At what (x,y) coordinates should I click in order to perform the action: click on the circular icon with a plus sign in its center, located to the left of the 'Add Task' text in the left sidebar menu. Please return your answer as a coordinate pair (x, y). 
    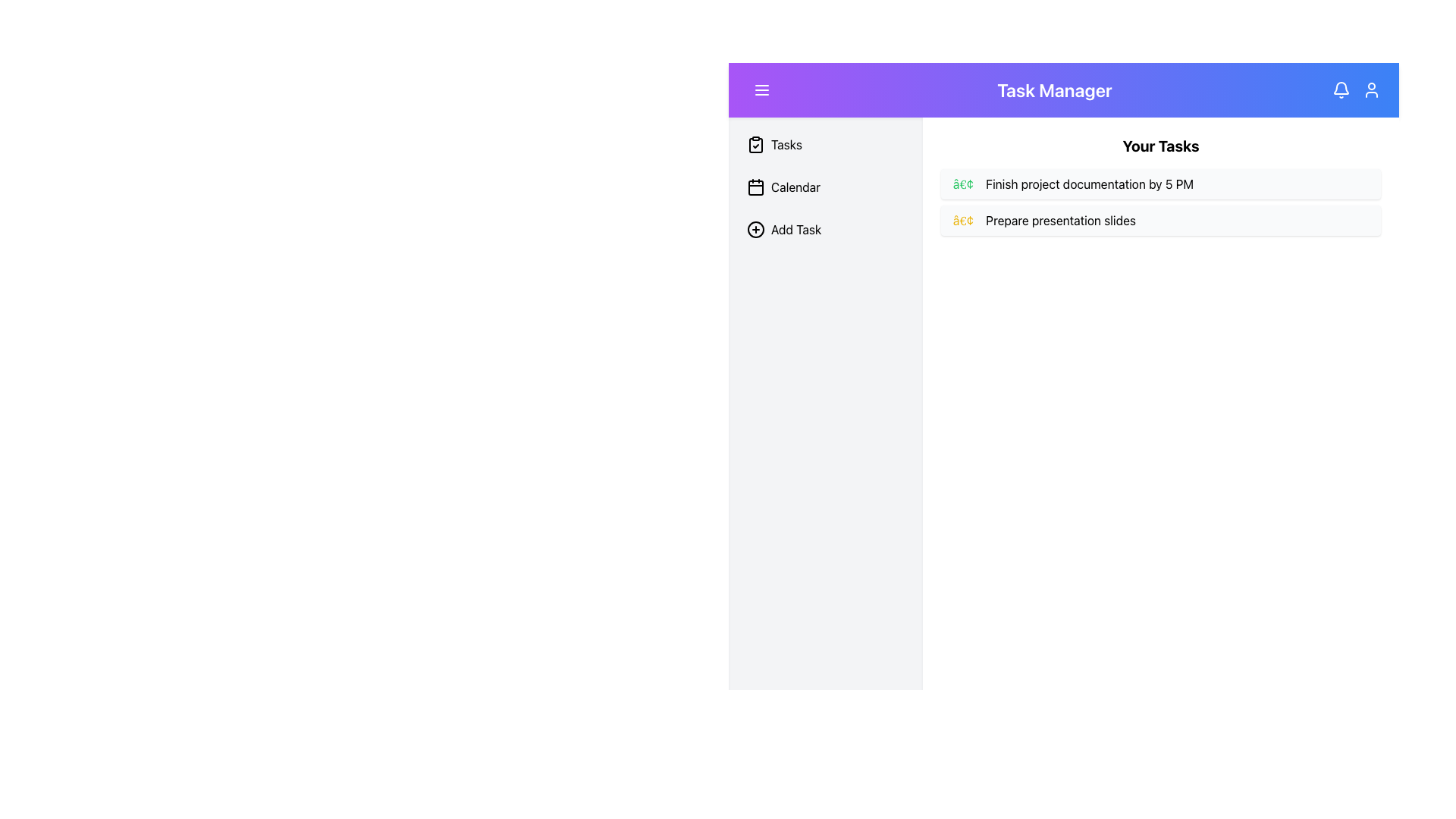
    Looking at the image, I should click on (756, 230).